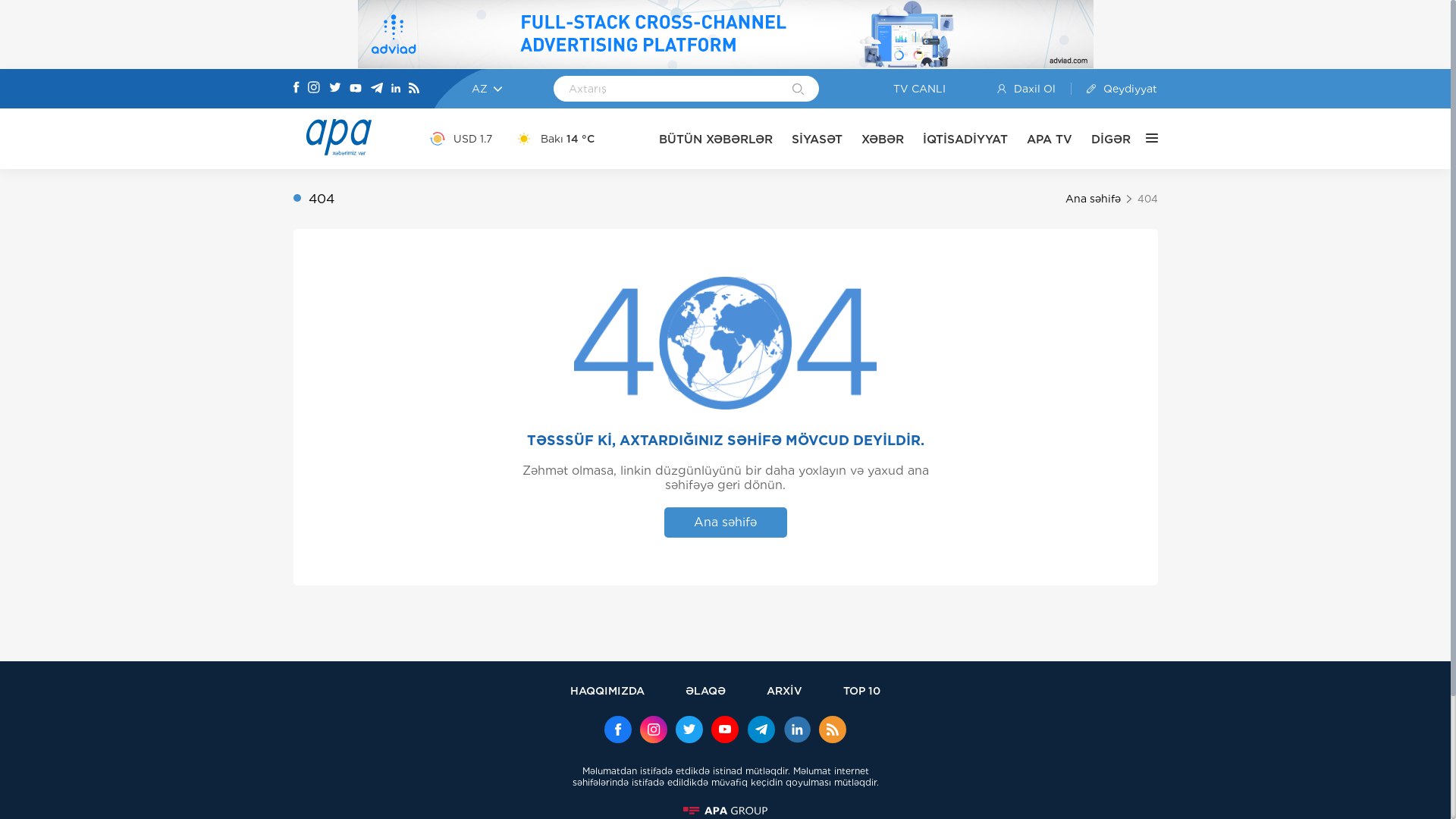  What do you see at coordinates (1048, 139) in the screenshot?
I see `'APA TV'` at bounding box center [1048, 139].